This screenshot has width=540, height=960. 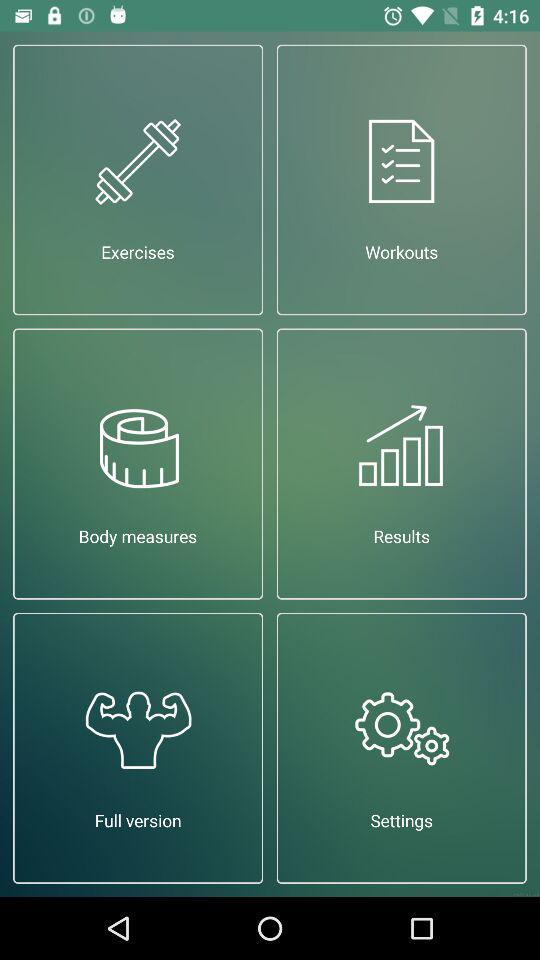 I want to click on the app above full version app, so click(x=137, y=464).